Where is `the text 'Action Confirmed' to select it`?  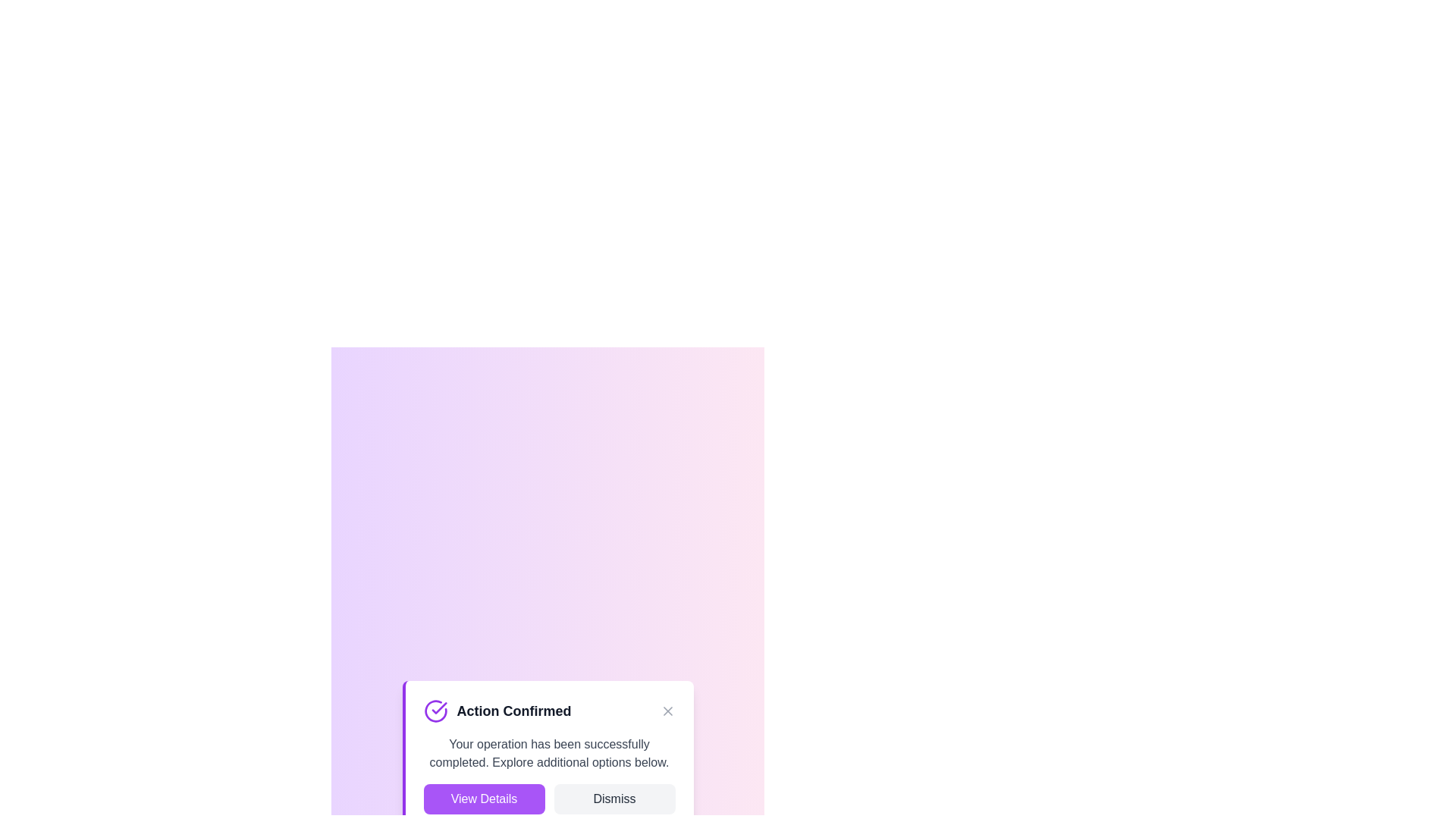 the text 'Action Confirmed' to select it is located at coordinates (548, 711).